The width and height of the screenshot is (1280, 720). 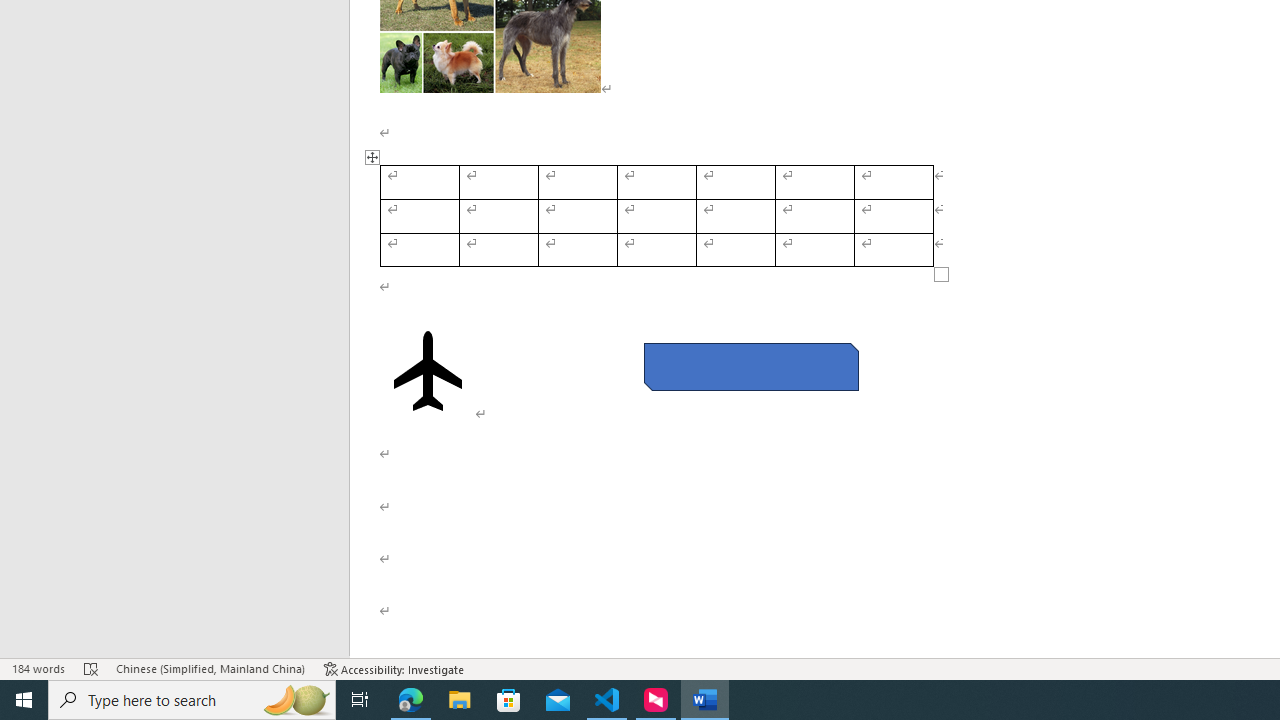 I want to click on 'Accessibility Checker Accessibility: Investigate', so click(x=394, y=669).